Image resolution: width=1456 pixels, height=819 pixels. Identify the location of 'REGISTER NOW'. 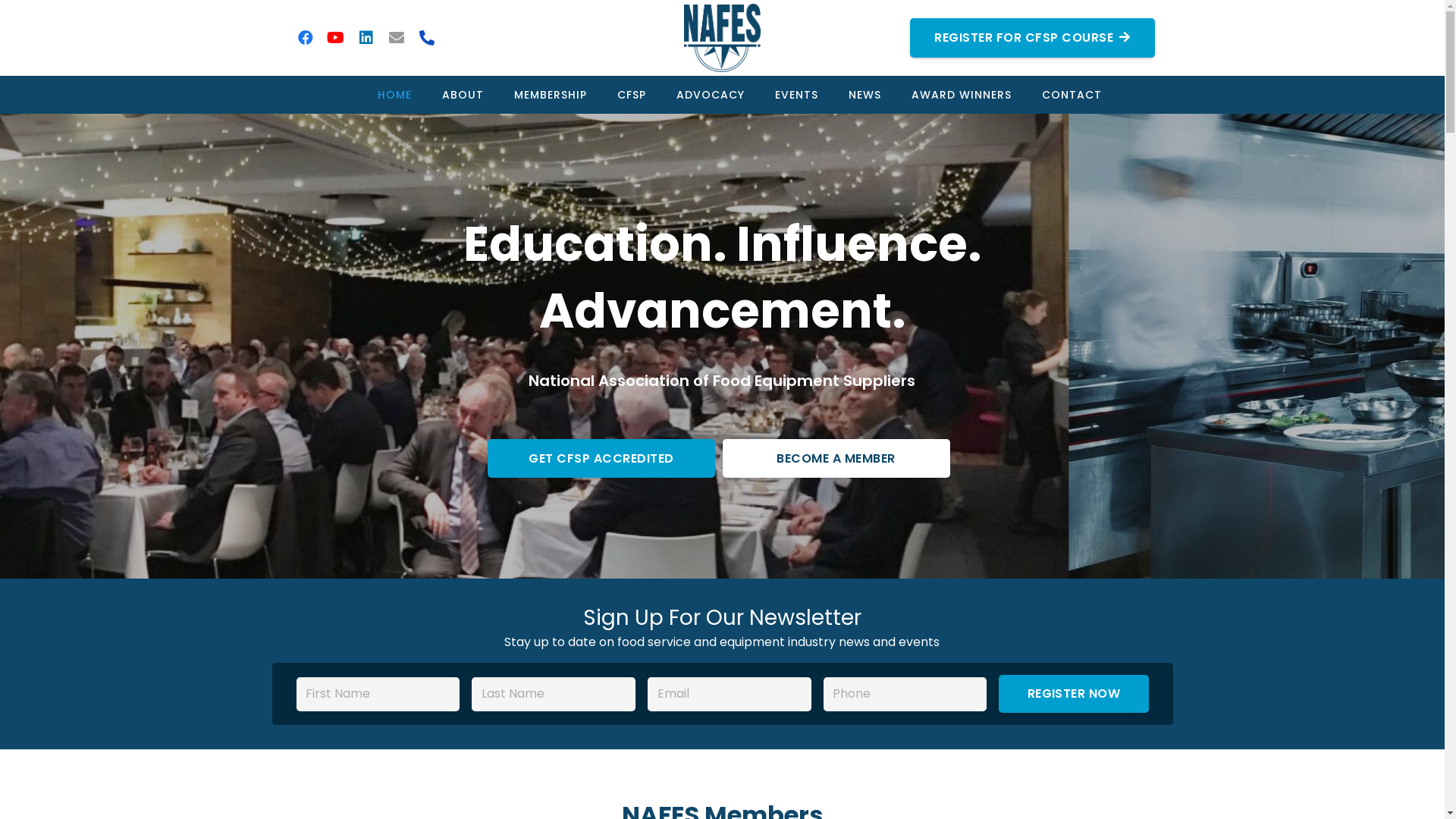
(1072, 693).